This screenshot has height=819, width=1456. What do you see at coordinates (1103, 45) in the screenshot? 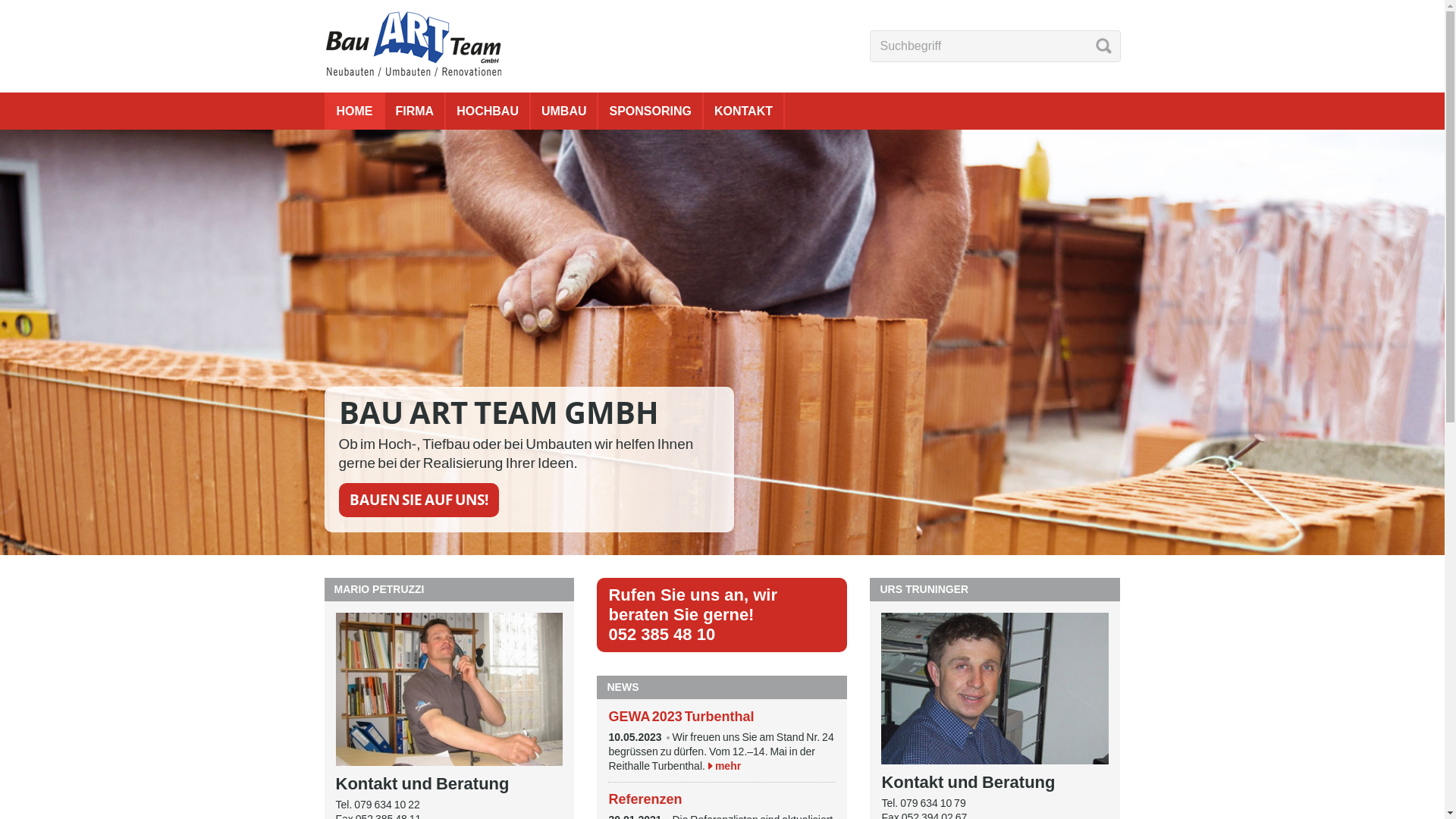
I see `'go'` at bounding box center [1103, 45].